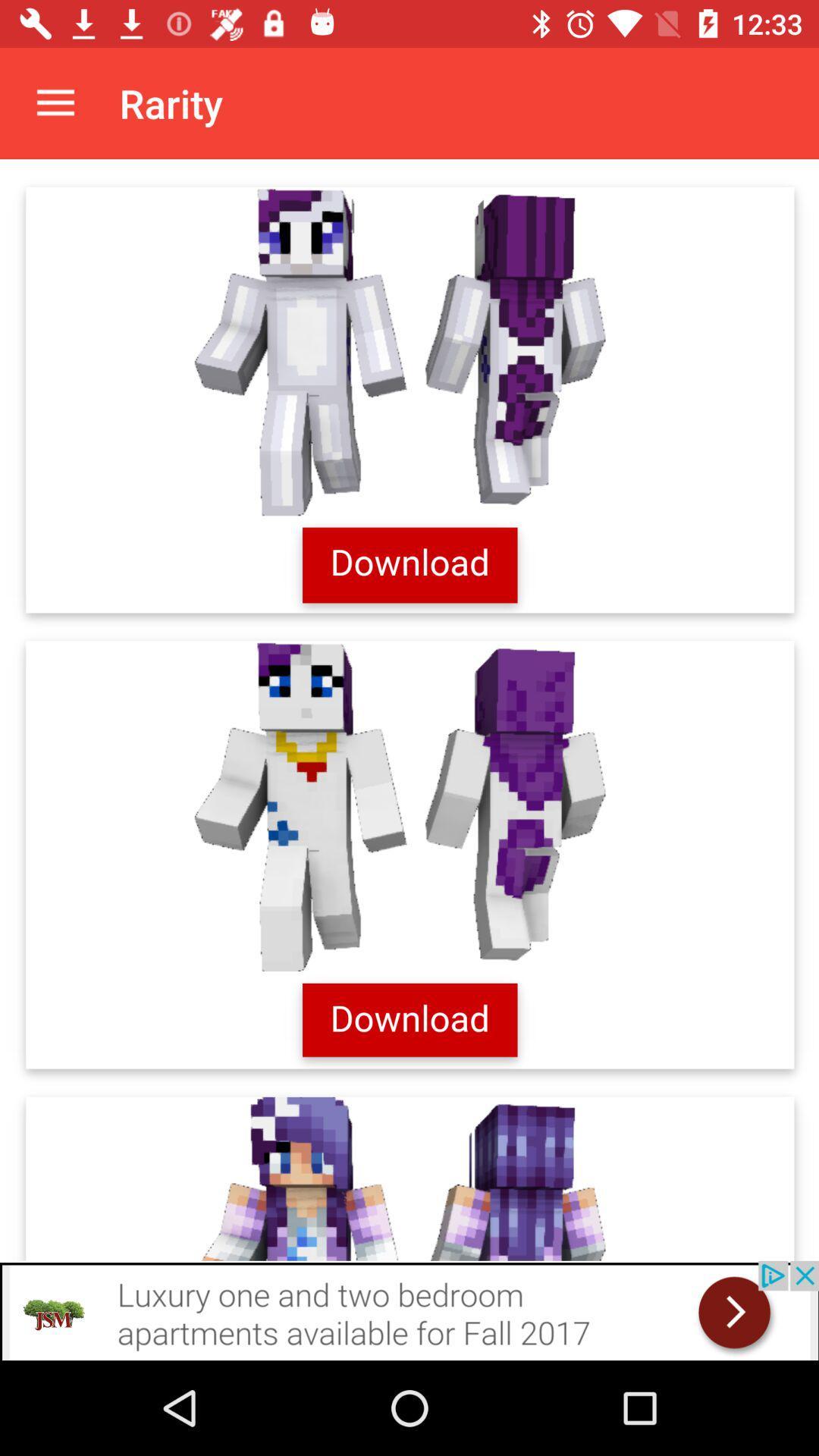  What do you see at coordinates (409, 1310) in the screenshot?
I see `advertisement` at bounding box center [409, 1310].